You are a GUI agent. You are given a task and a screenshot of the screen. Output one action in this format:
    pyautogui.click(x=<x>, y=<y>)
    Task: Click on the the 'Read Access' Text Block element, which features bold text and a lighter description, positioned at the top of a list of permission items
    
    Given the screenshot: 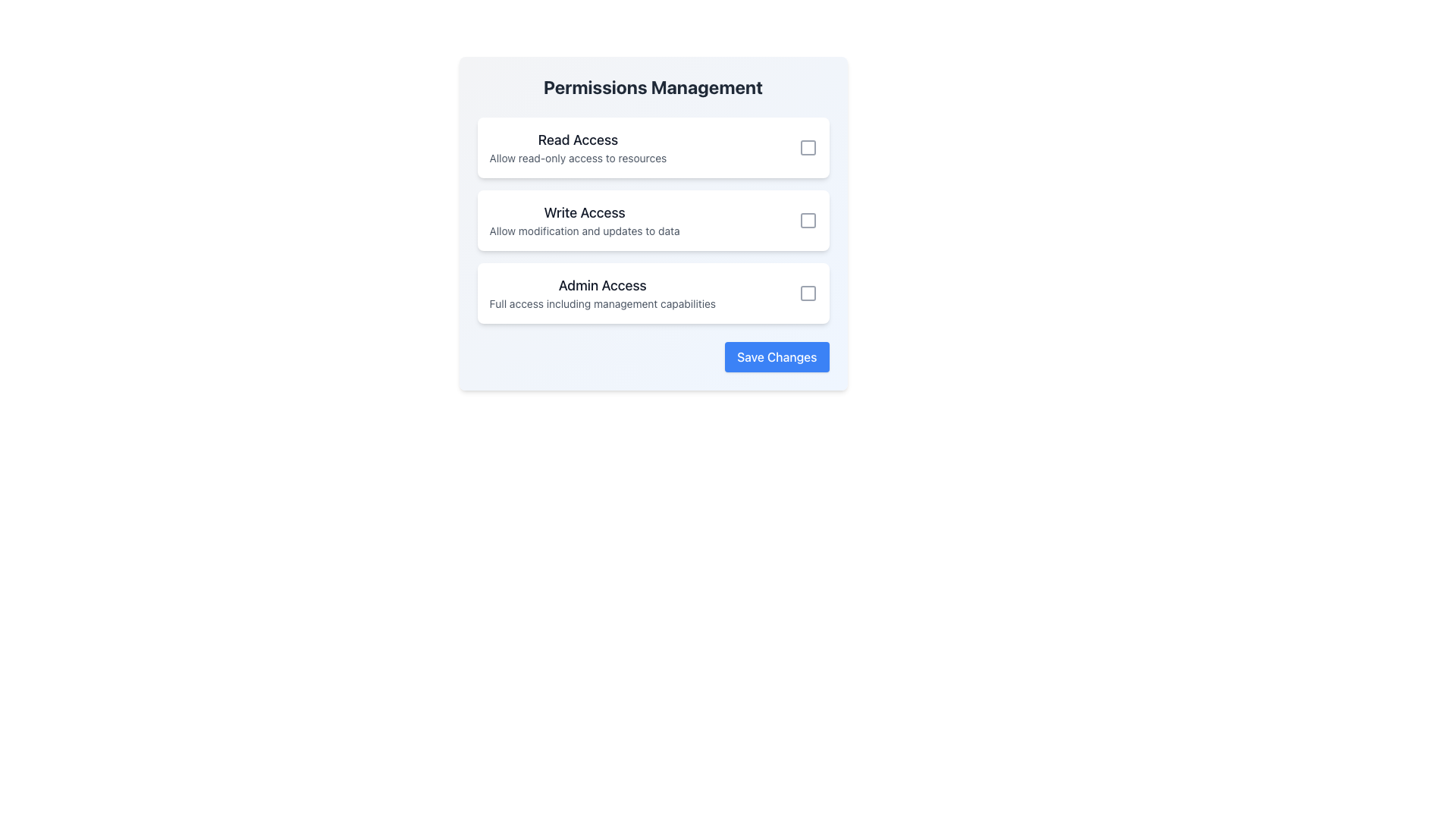 What is the action you would take?
    pyautogui.click(x=577, y=148)
    